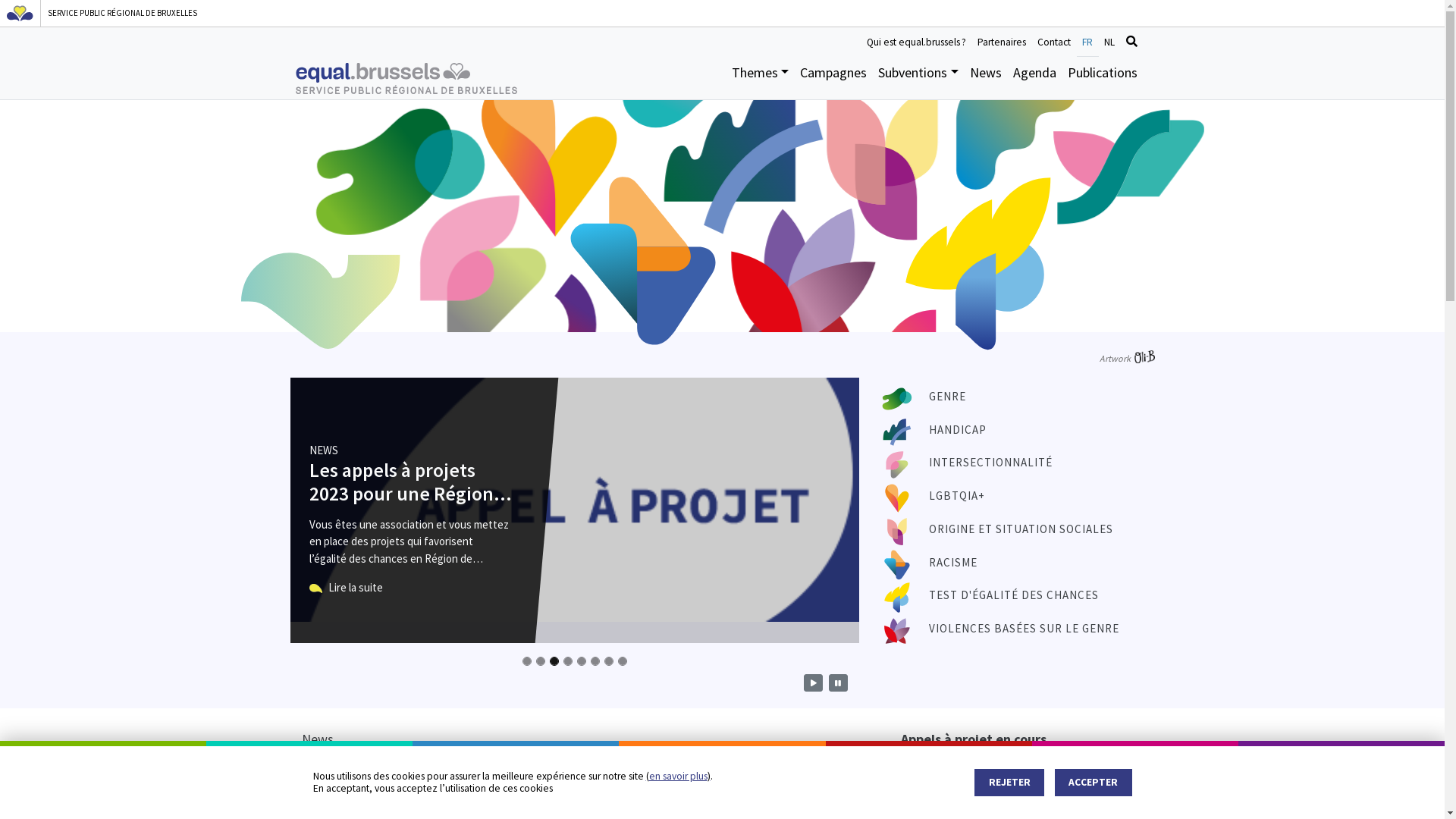 Image resolution: width=1456 pixels, height=819 pixels. What do you see at coordinates (918, 77) in the screenshot?
I see `'Subventions'` at bounding box center [918, 77].